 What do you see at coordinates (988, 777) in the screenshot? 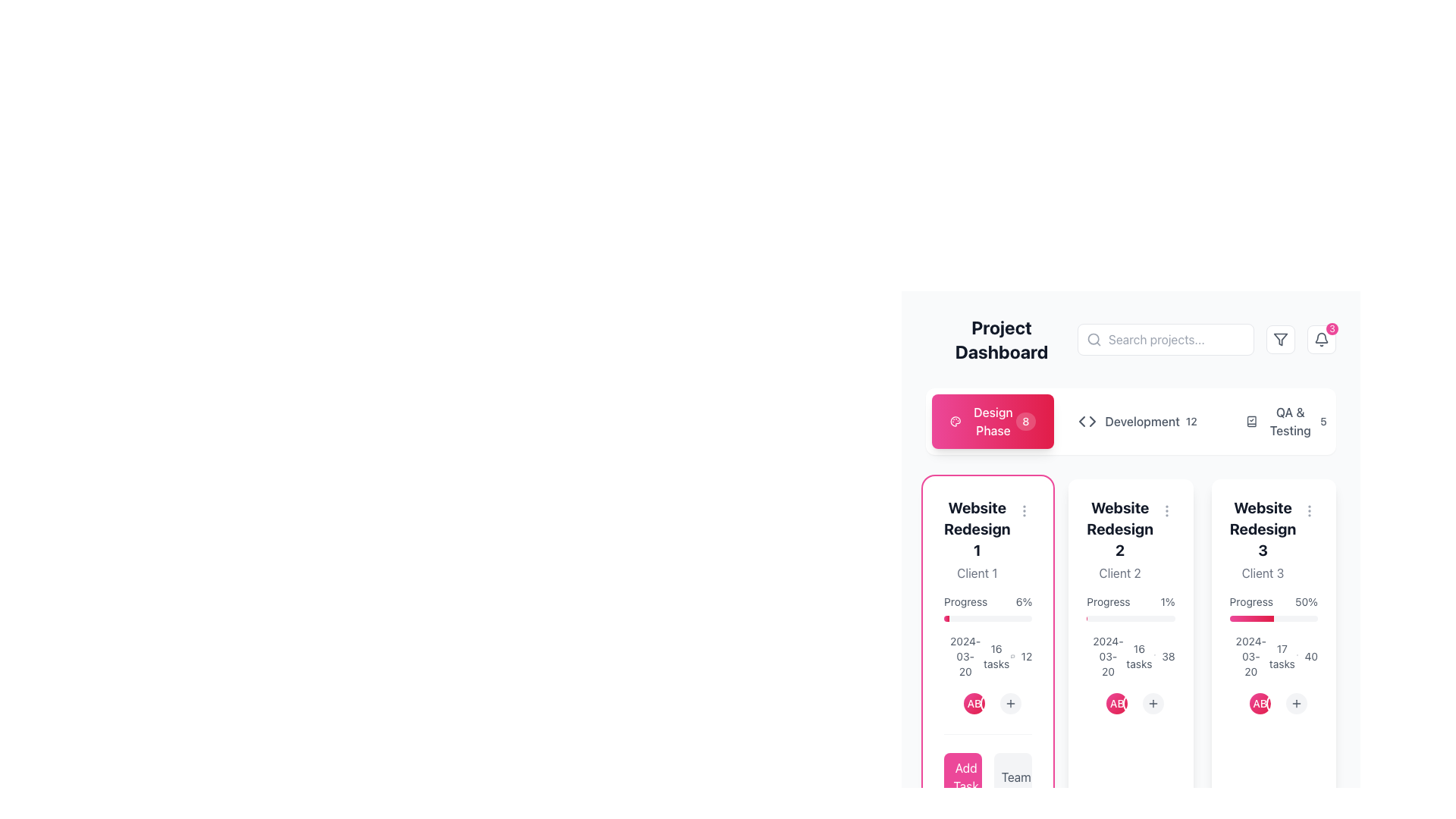
I see `the interactive buttons at the bottom of the 'Website Redesign 1' card for visual feedback effects` at bounding box center [988, 777].